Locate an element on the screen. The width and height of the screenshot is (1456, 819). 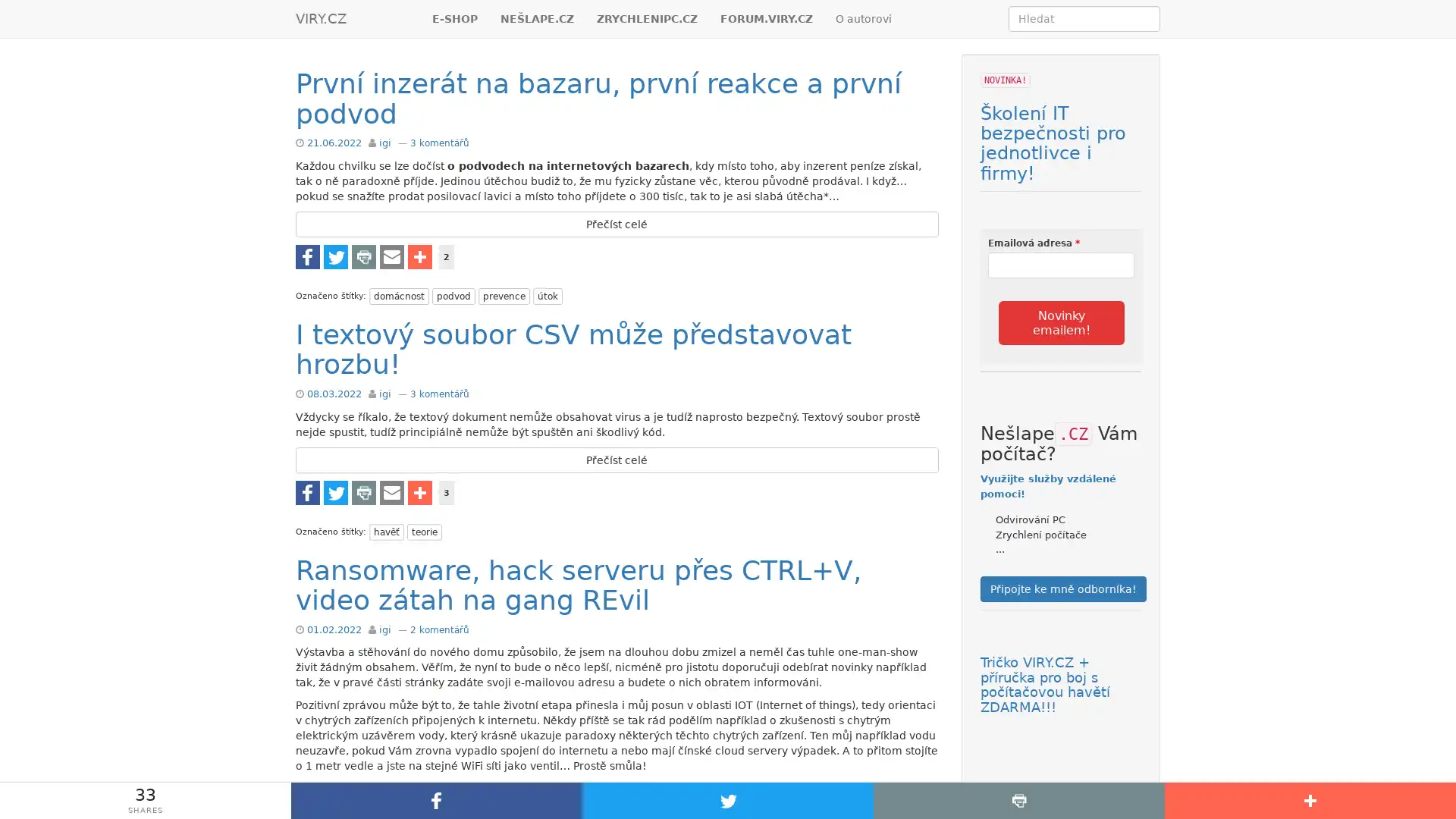
Share to Facebook is located at coordinates (307, 491).